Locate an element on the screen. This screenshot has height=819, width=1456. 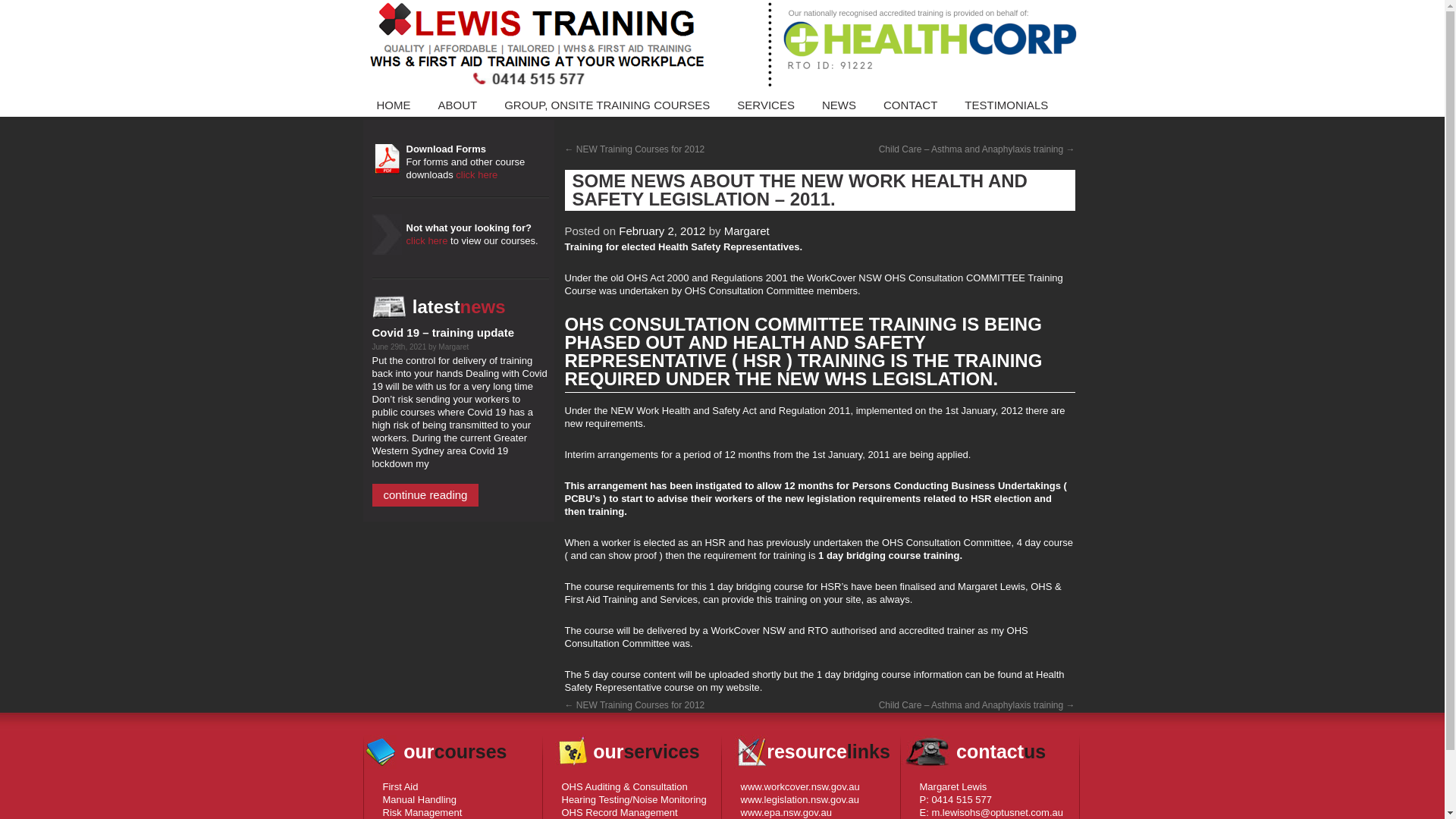
'OHS Record Management' is located at coordinates (619, 811).